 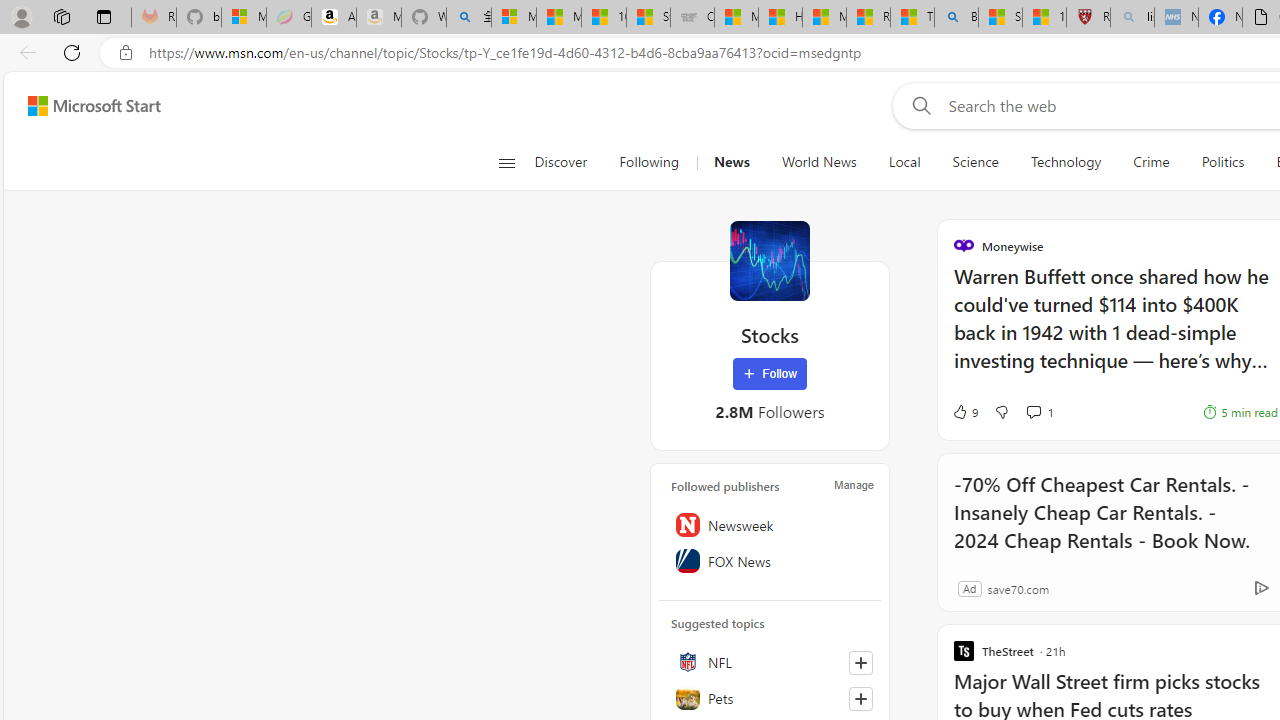 I want to click on 'Microsoft-Report a Concern to Bing', so click(x=242, y=17).